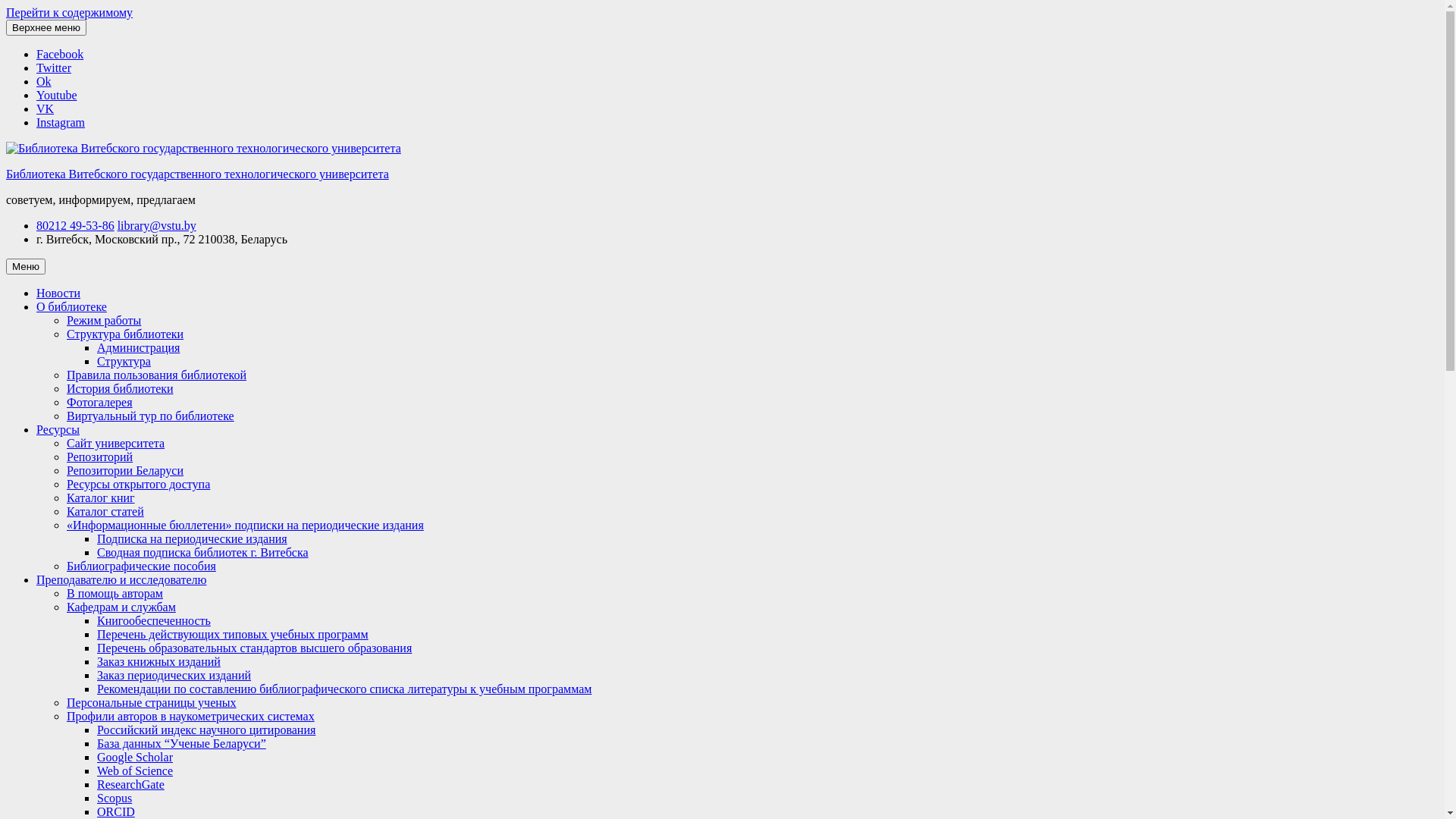 Image resolution: width=1456 pixels, height=819 pixels. Describe the element at coordinates (156, 225) in the screenshot. I see `'library@vstu.by'` at that location.